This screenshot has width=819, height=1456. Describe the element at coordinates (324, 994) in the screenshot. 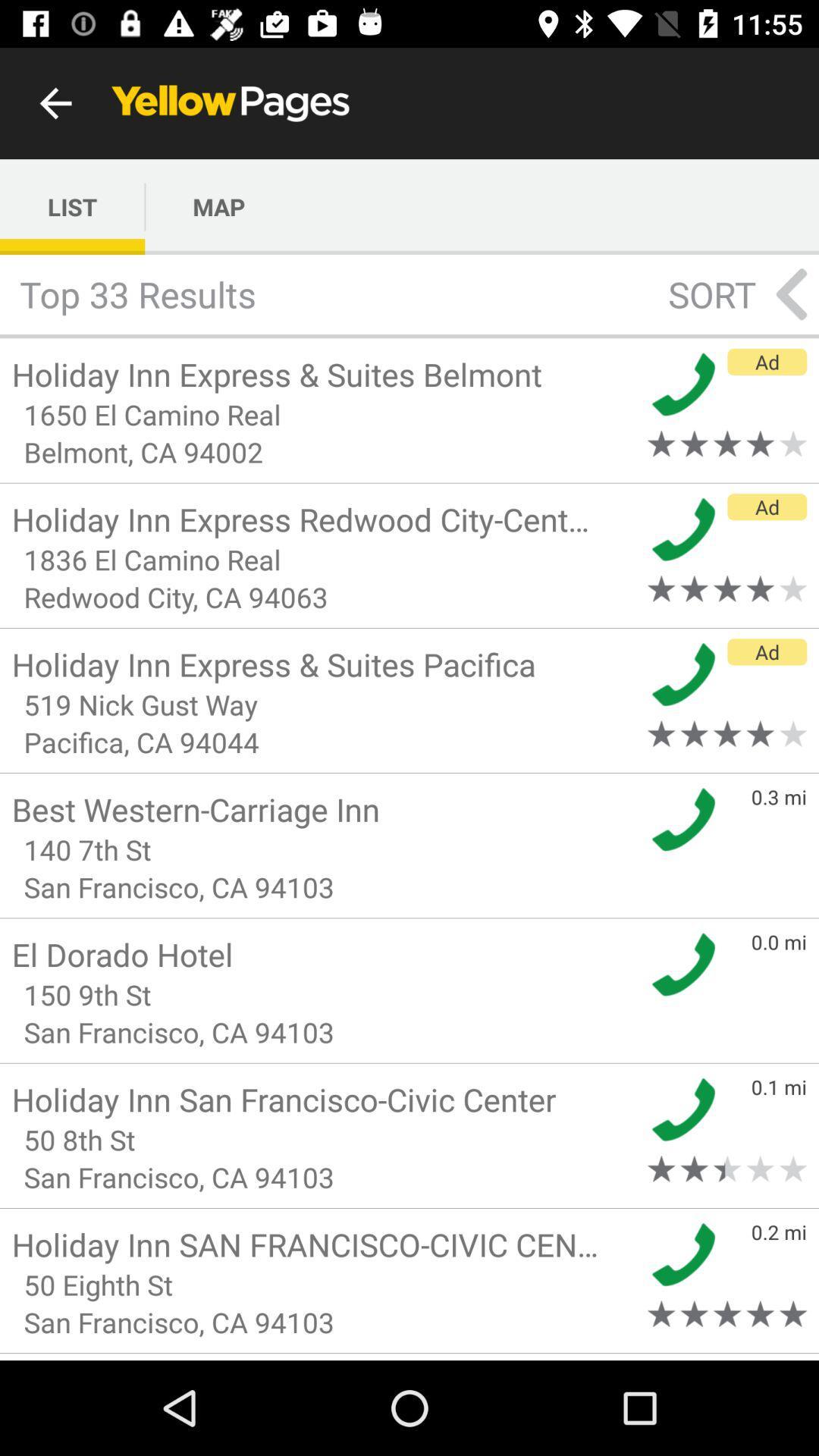

I see `the icon above the san francisco ca item` at that location.